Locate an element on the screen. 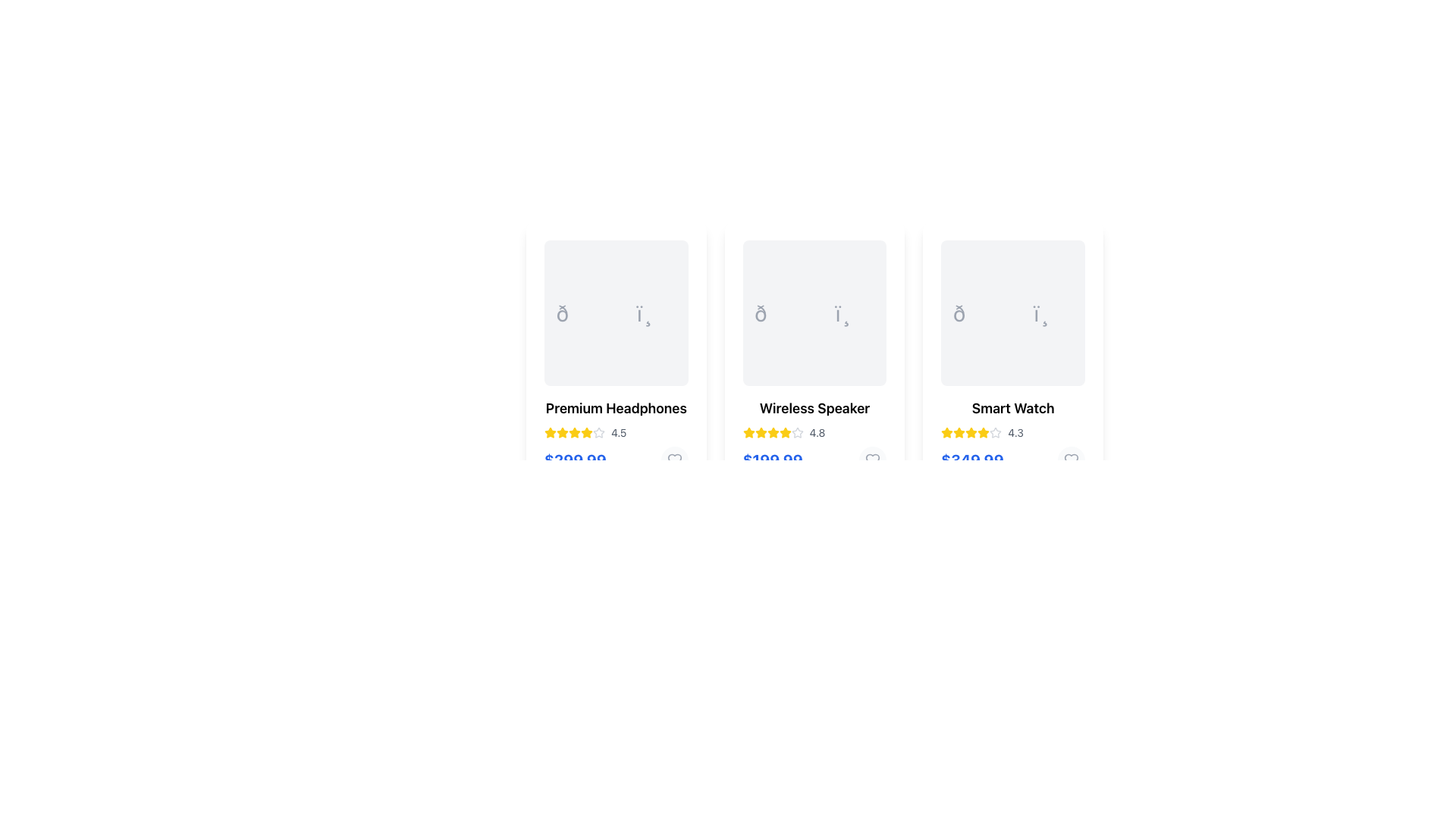  the first yellow star icon in the rating section of the 'Wireless Speaker' product card, which is located slightly above the text '4.8' is located at coordinates (748, 432).